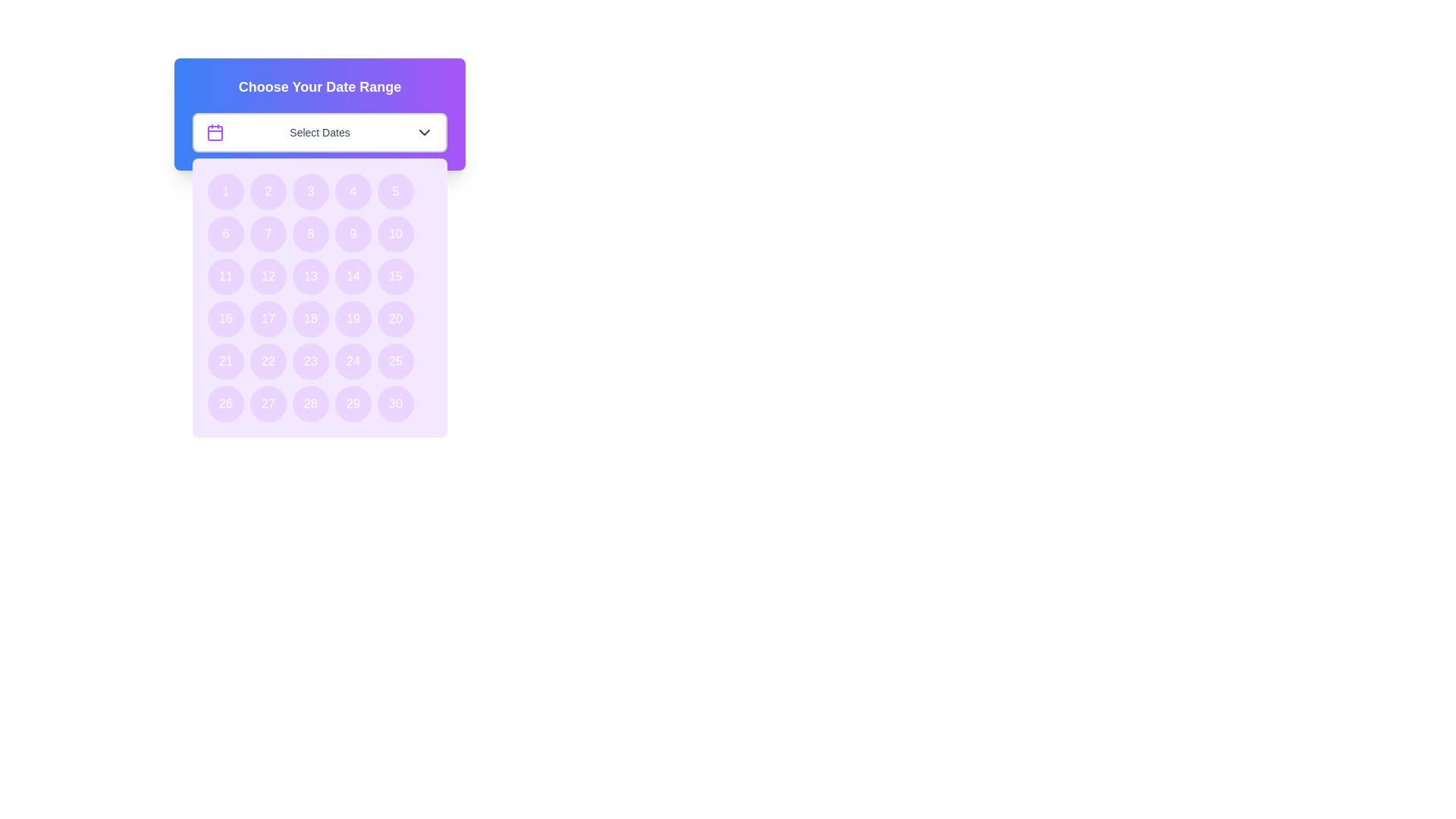  I want to click on the circular button with the number '24' centered inside it, so click(352, 362).